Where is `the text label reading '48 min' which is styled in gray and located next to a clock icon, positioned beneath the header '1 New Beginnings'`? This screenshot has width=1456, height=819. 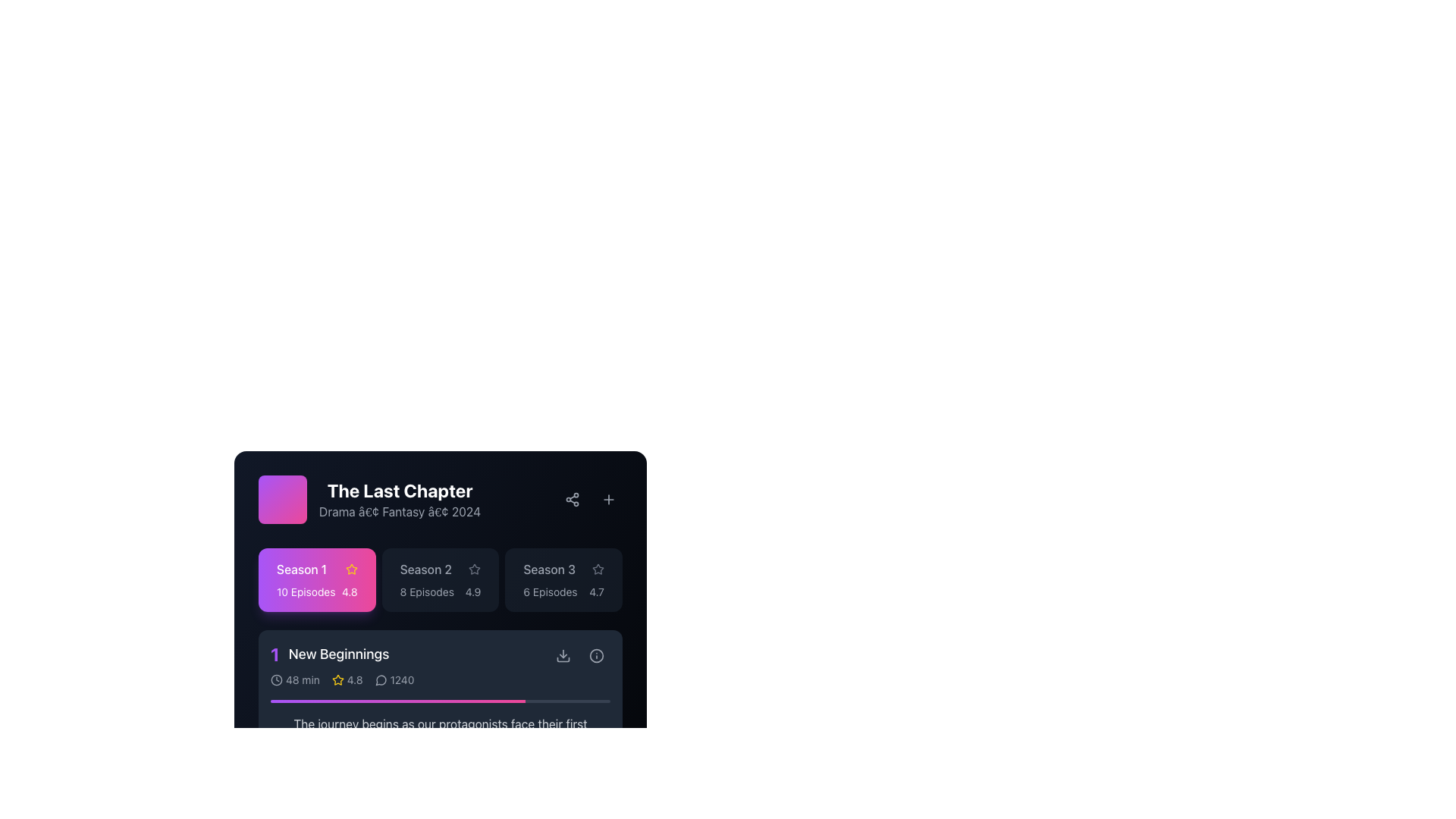 the text label reading '48 min' which is styled in gray and located next to a clock icon, positioned beneath the header '1 New Beginnings' is located at coordinates (303, 679).